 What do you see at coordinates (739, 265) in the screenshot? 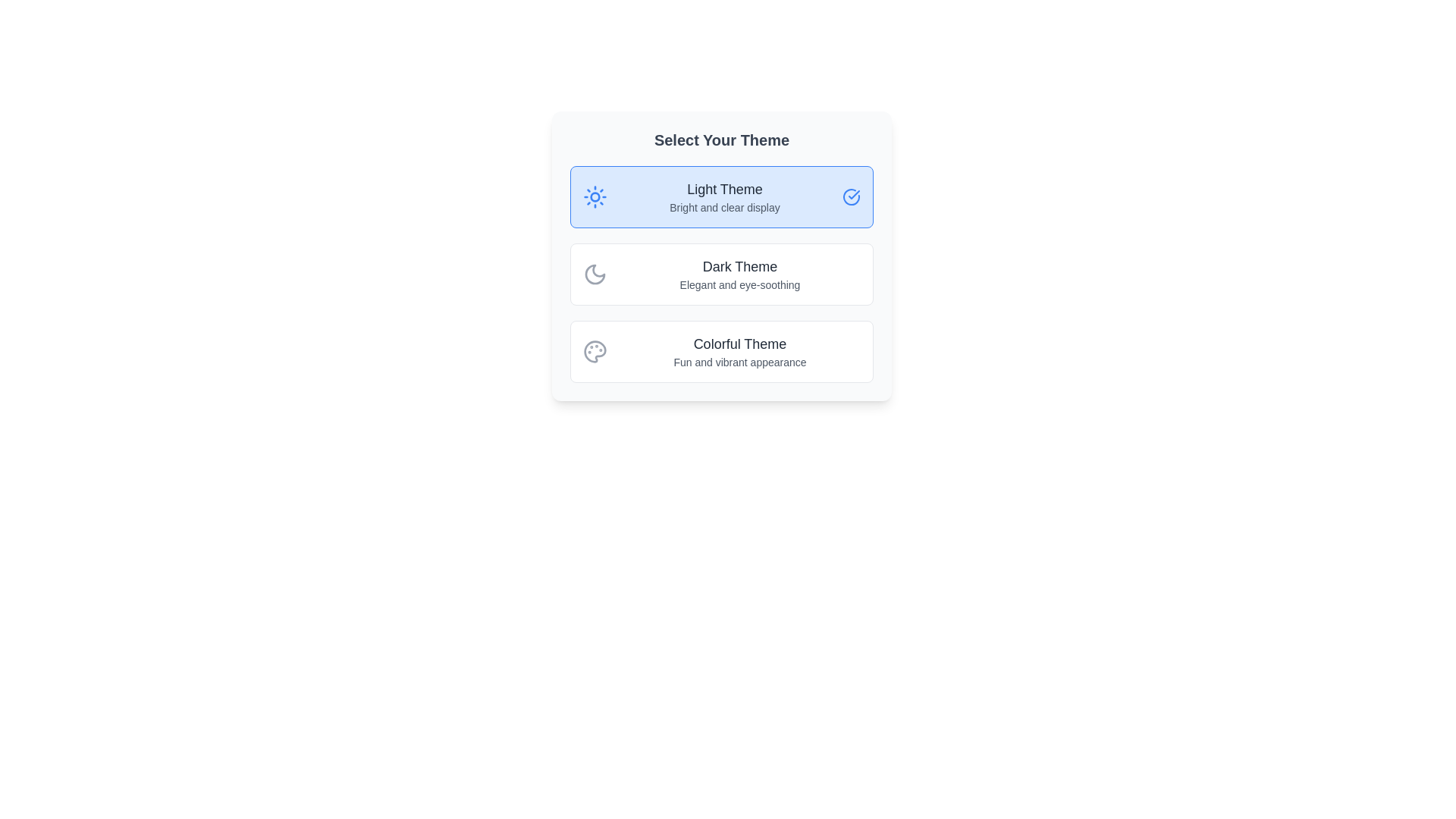
I see `the text label indicating the second theme option in the 'Select Your Theme' panel` at bounding box center [739, 265].